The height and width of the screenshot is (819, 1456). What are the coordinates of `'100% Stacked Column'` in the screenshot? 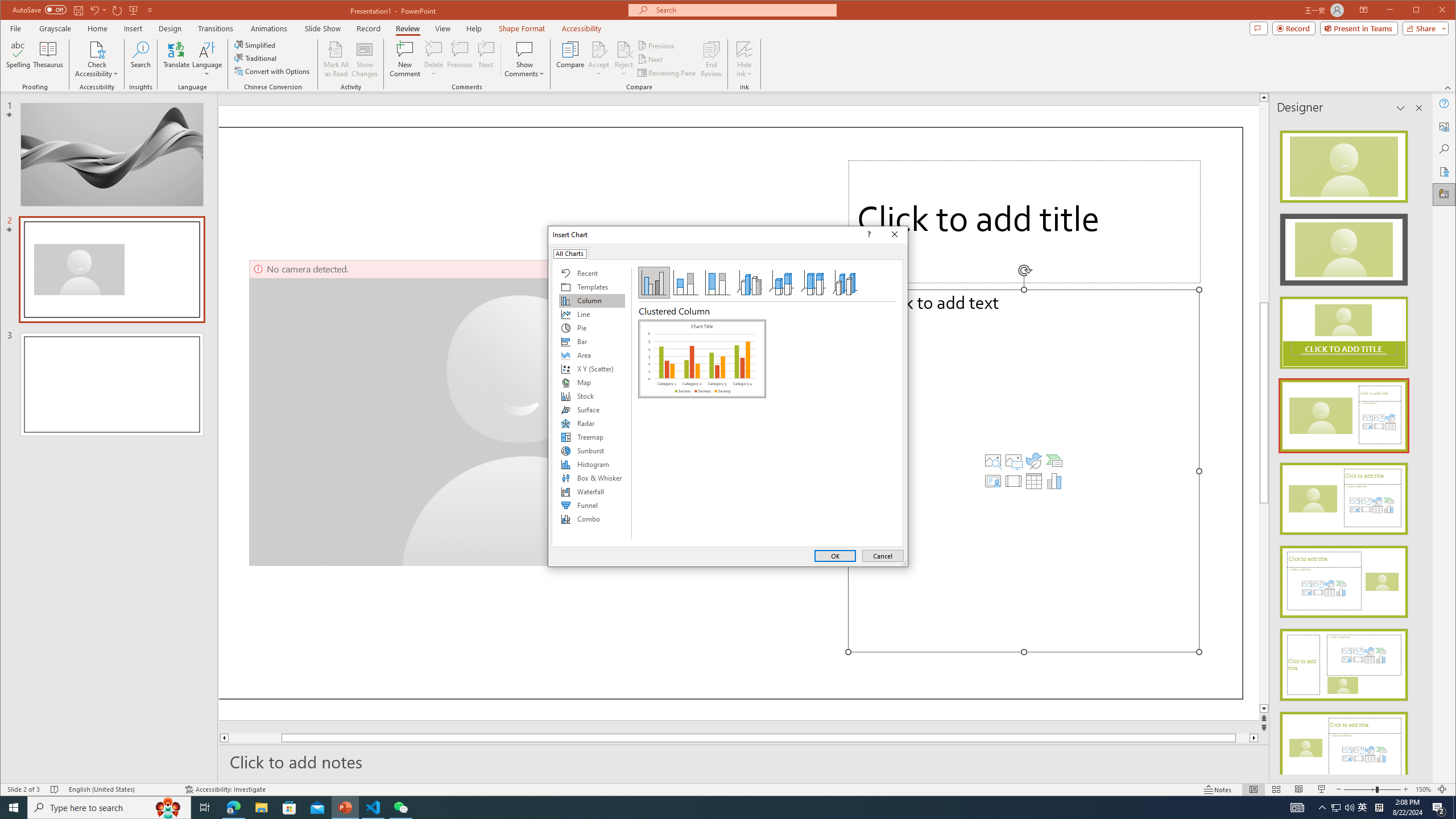 It's located at (717, 283).